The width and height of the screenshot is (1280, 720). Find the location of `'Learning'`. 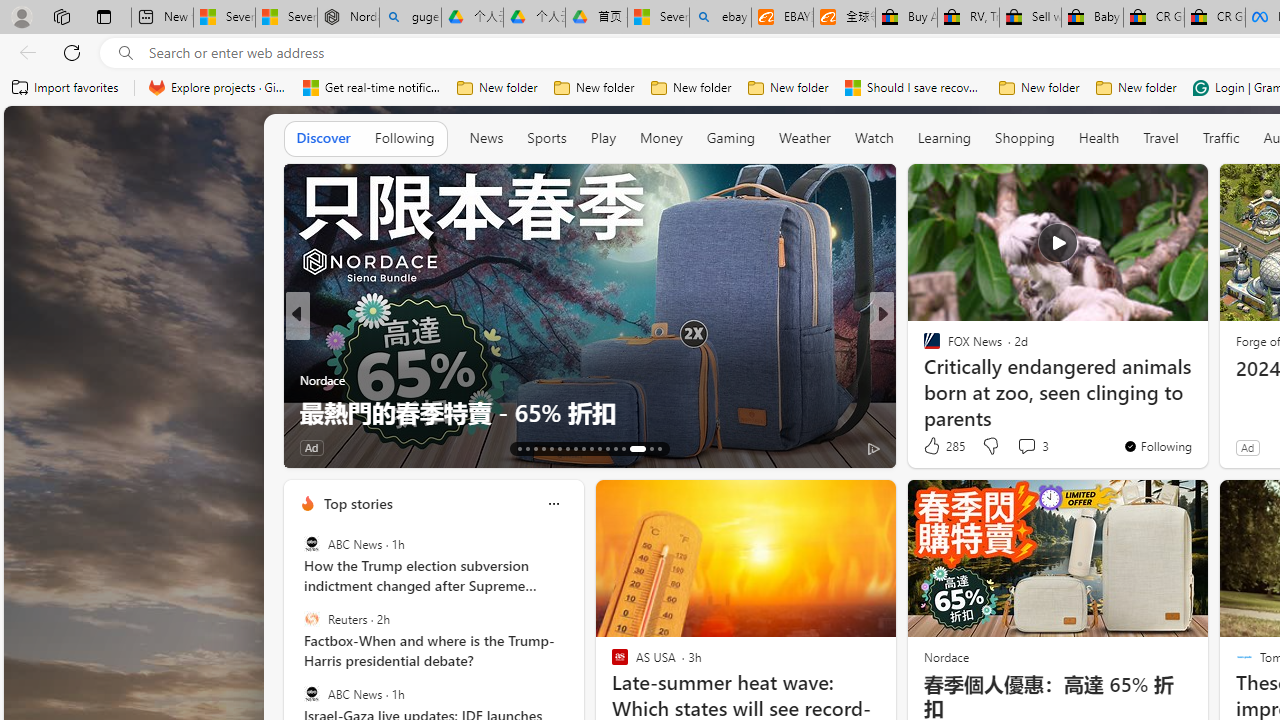

'Learning' is located at coordinates (943, 136).